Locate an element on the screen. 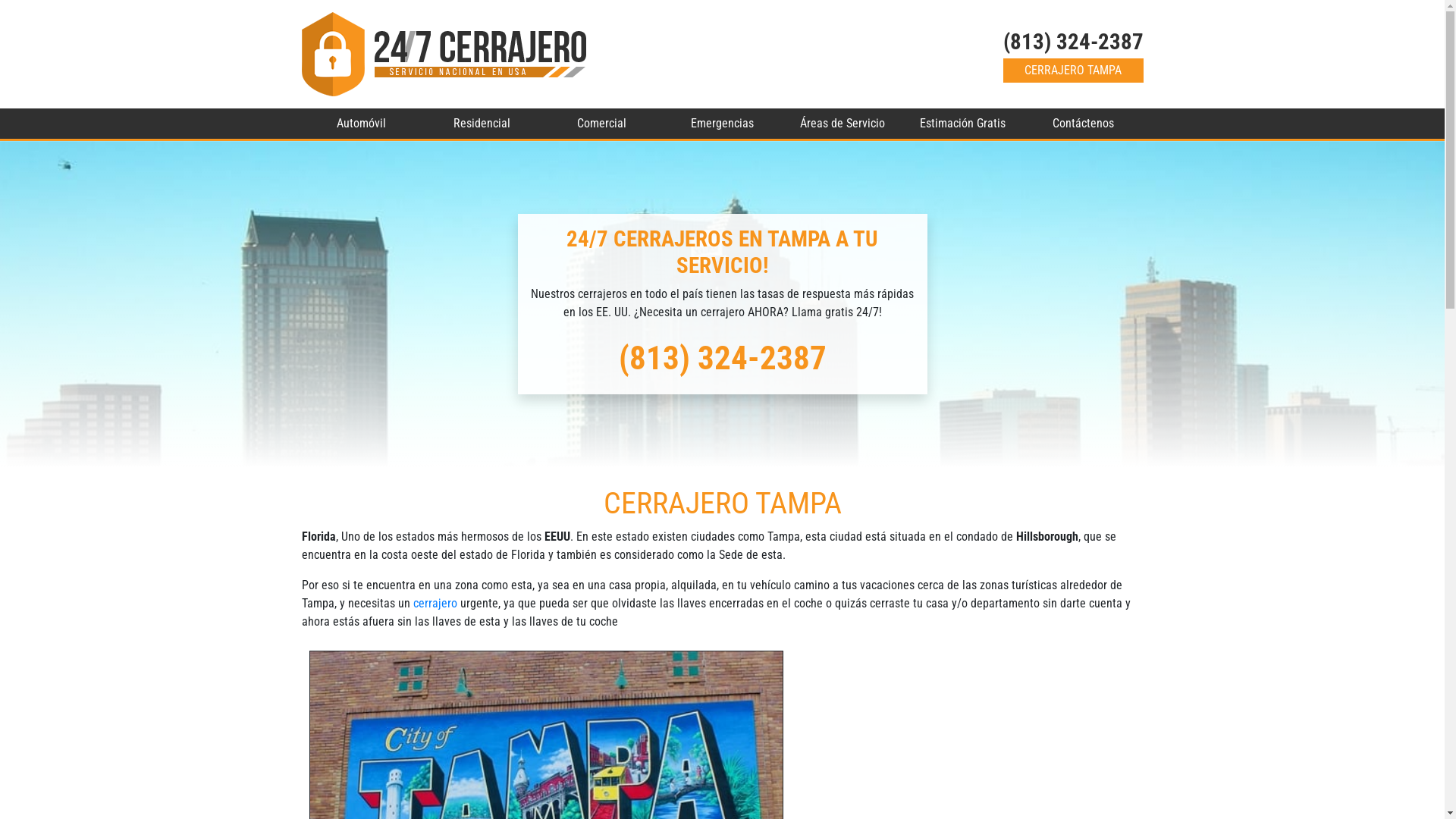  'Residencial' is located at coordinates (422, 122).